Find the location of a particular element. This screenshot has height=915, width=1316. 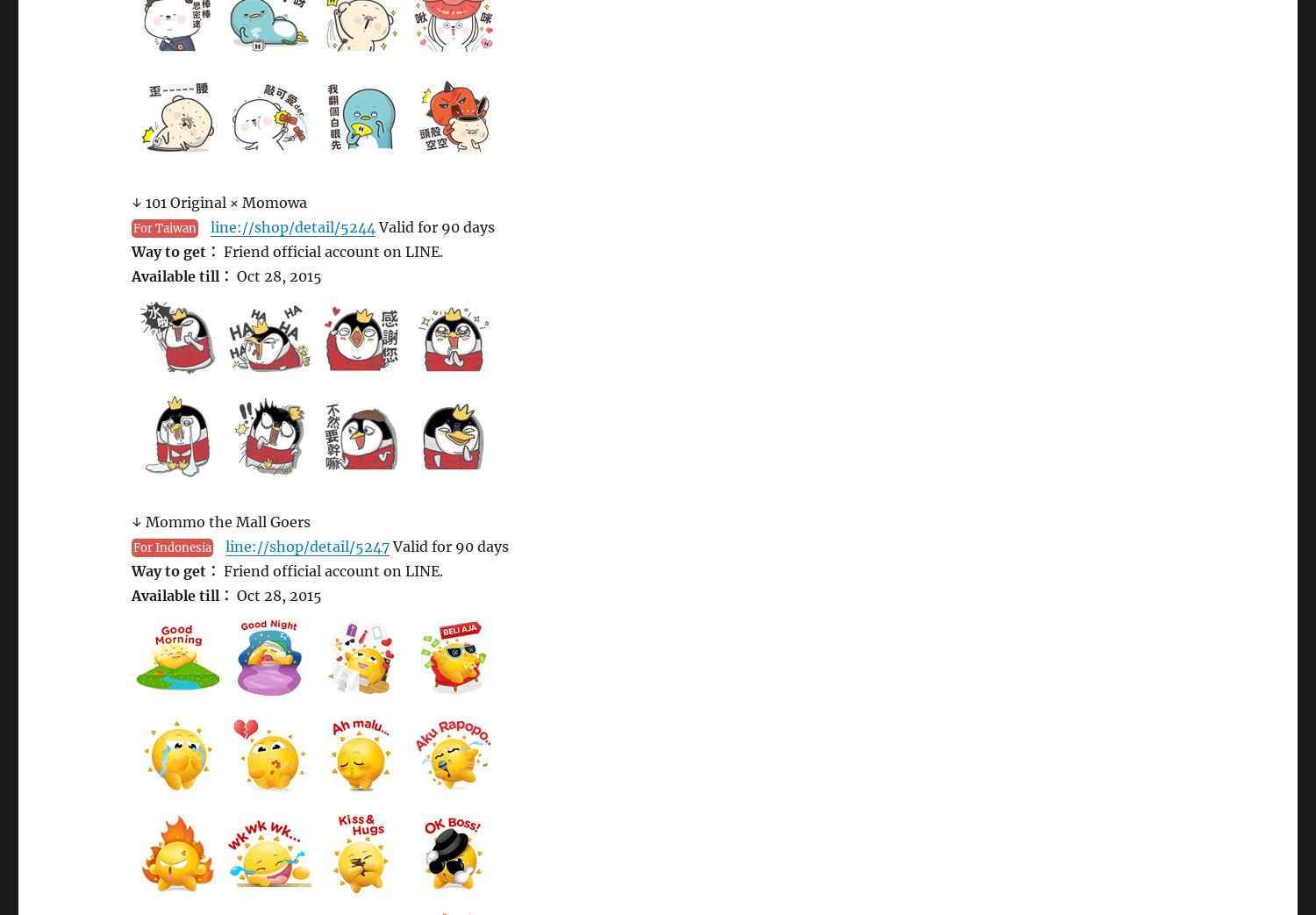

'↓ Mommo the Mall Goers' is located at coordinates (221, 522).